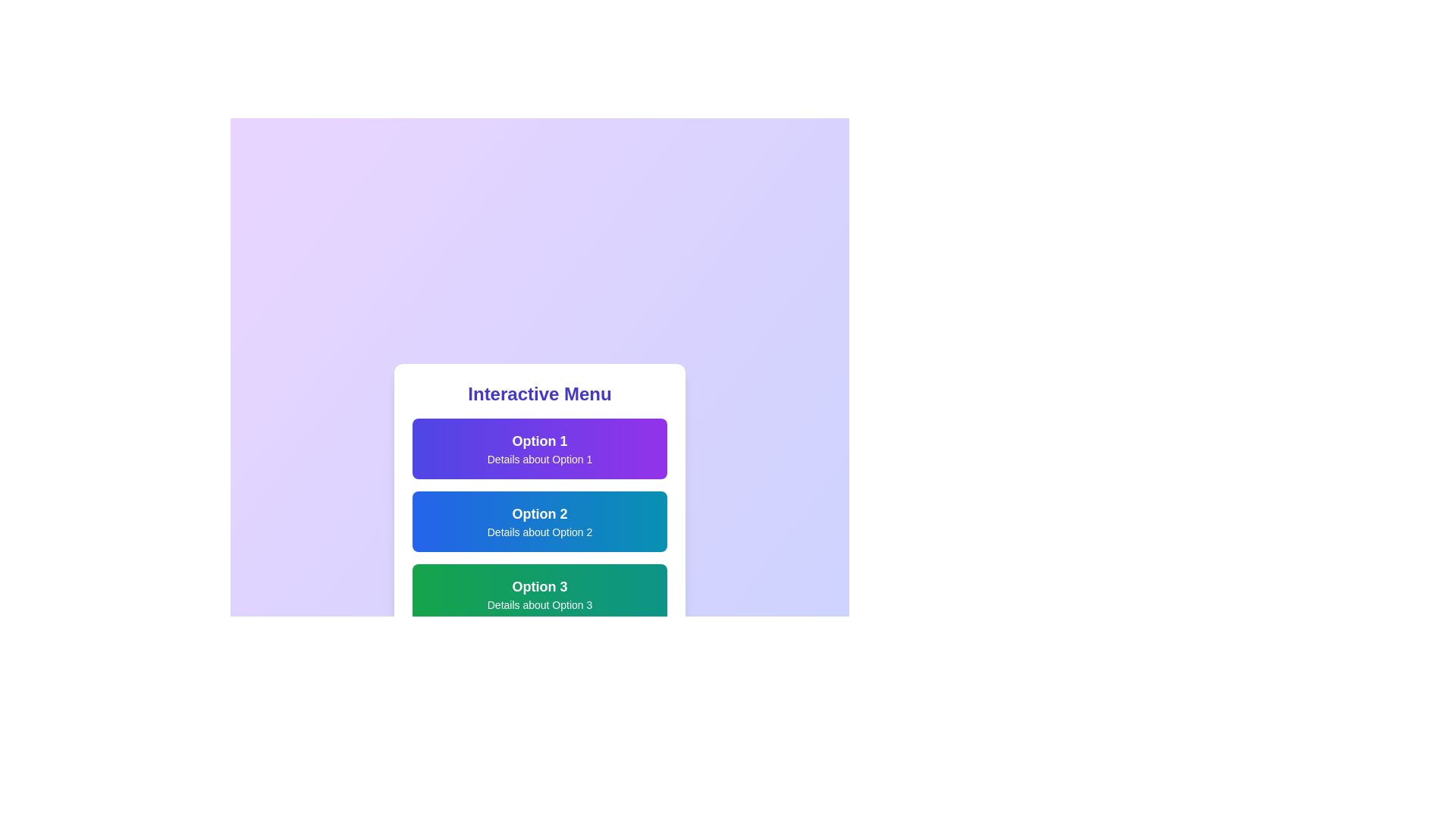 The width and height of the screenshot is (1456, 819). What do you see at coordinates (539, 447) in the screenshot?
I see `the menu item Option 1 to observe its visual change` at bounding box center [539, 447].